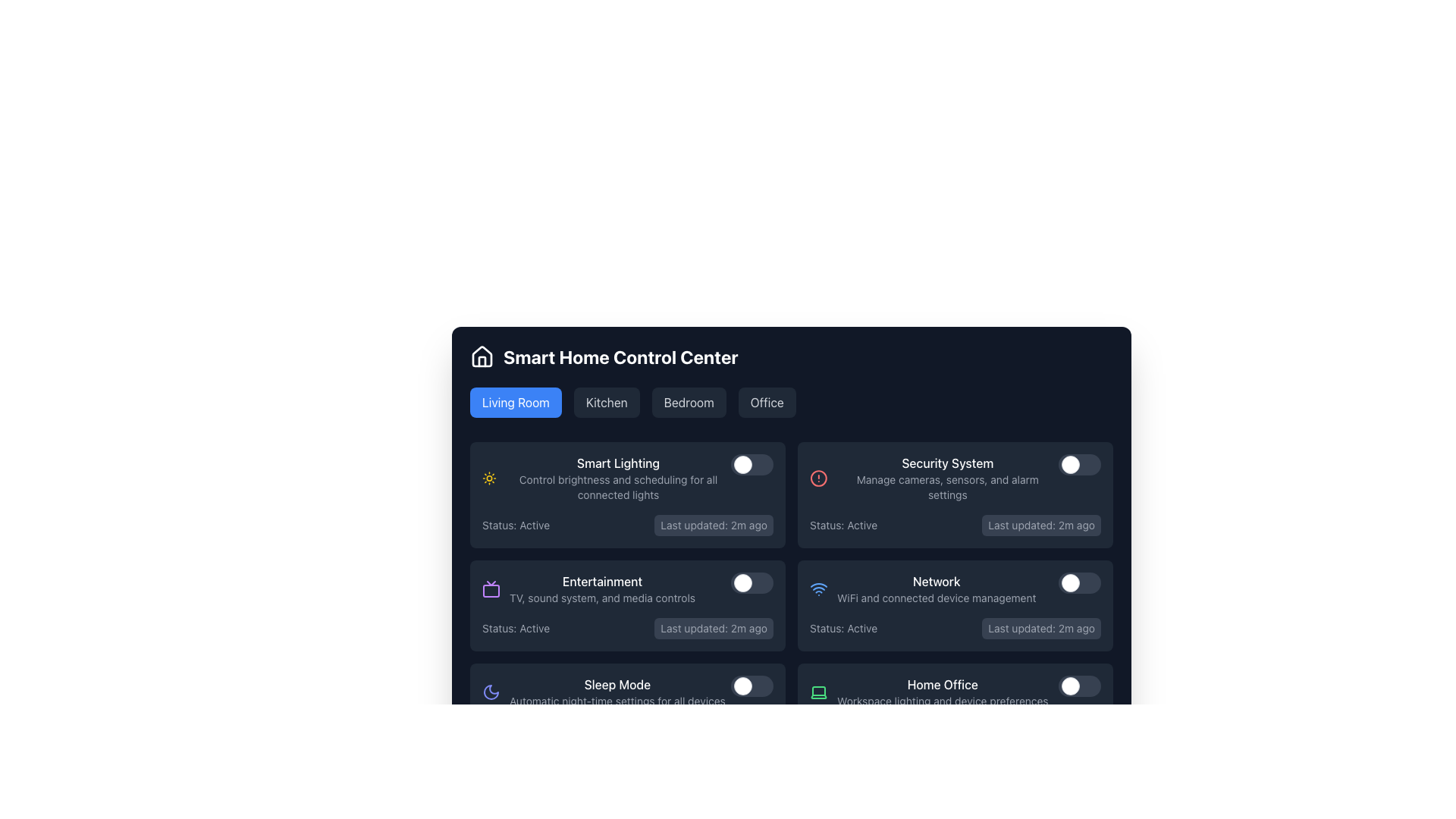 The image size is (1456, 819). Describe the element at coordinates (936, 598) in the screenshot. I see `text label providing additional information about the WiFi and connected device management feature located in the 'Network' card, positioned beneath the title 'Network'` at that location.